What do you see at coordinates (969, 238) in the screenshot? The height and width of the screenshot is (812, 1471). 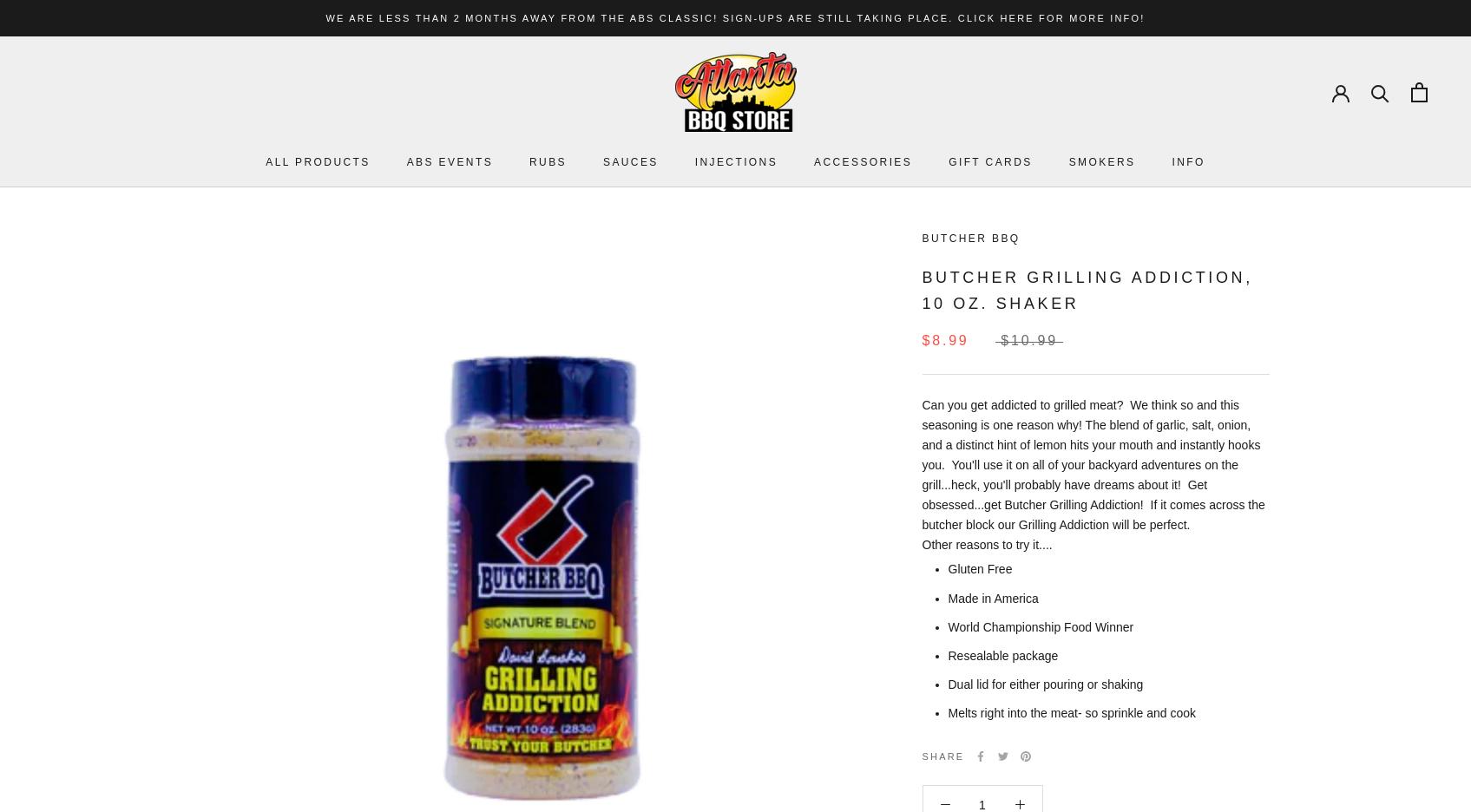 I see `'Butcher BBQ'` at bounding box center [969, 238].